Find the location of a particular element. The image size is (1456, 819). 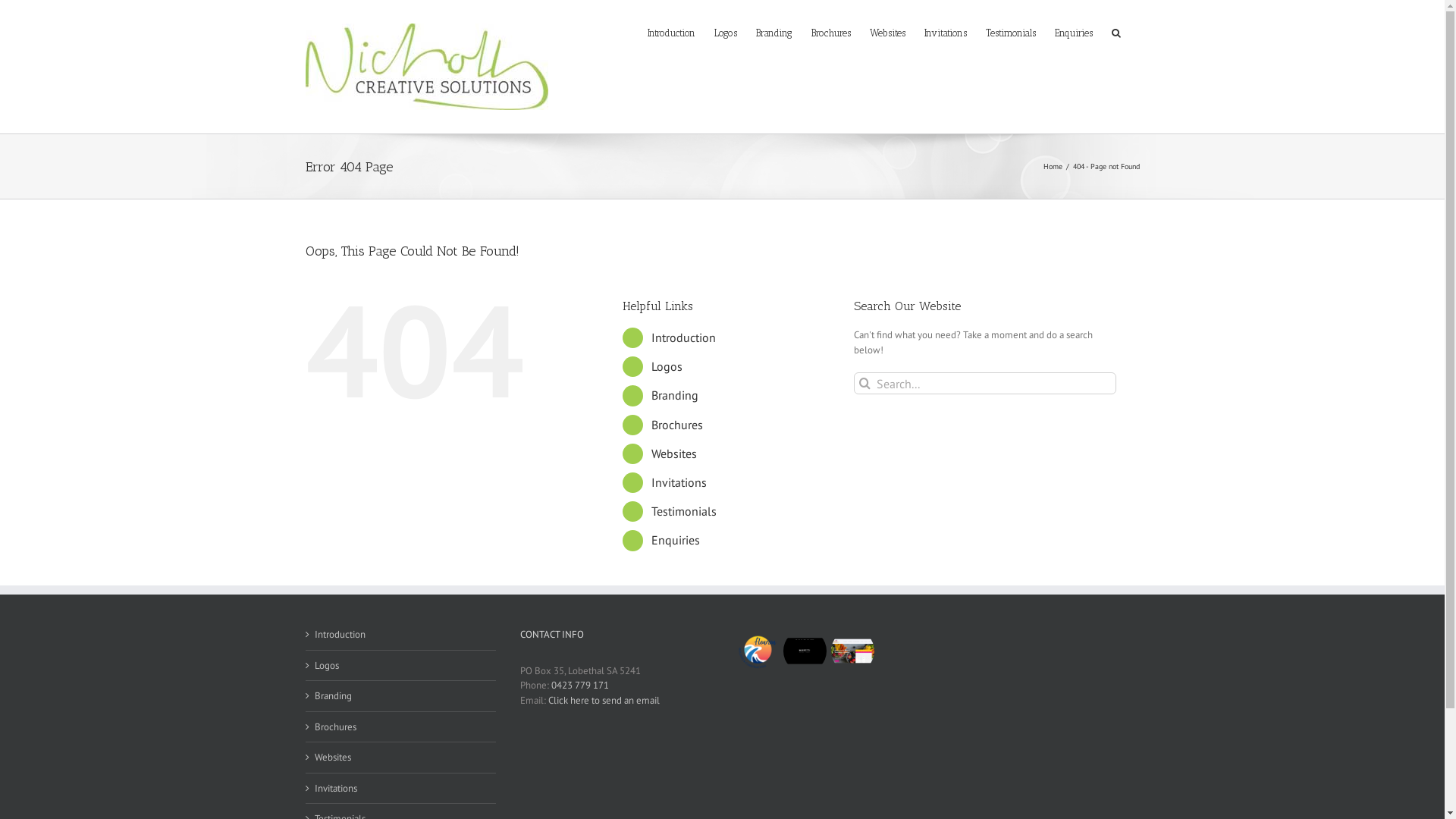

'Brochures' is located at coordinates (651, 424).